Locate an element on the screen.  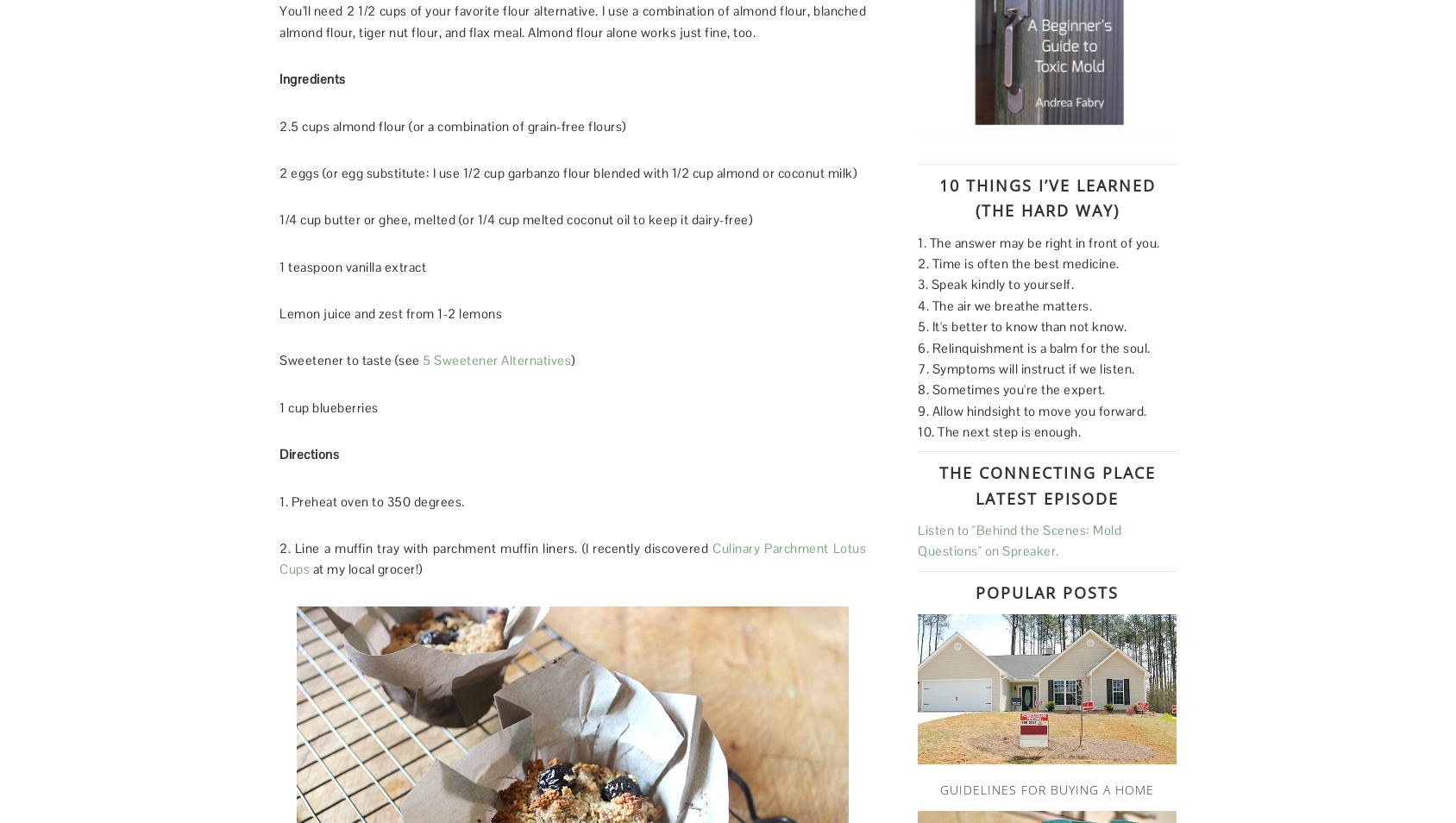
'The Connecting Place Latest Episode' is located at coordinates (1046, 484).